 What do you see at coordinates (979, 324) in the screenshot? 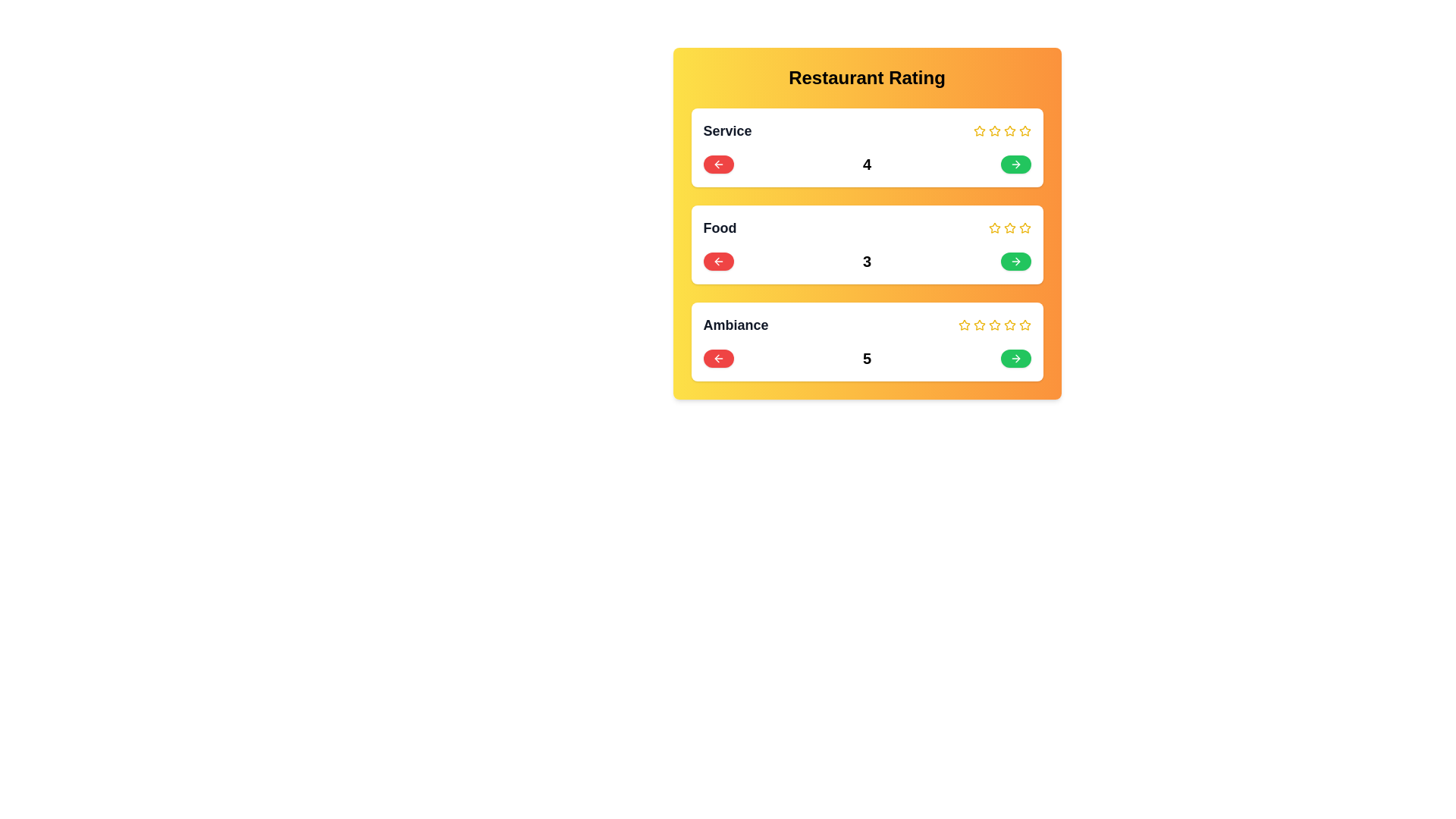
I see `the third star icon in the Ambiance section of the Restaurant Rating interface to interact with it` at bounding box center [979, 324].